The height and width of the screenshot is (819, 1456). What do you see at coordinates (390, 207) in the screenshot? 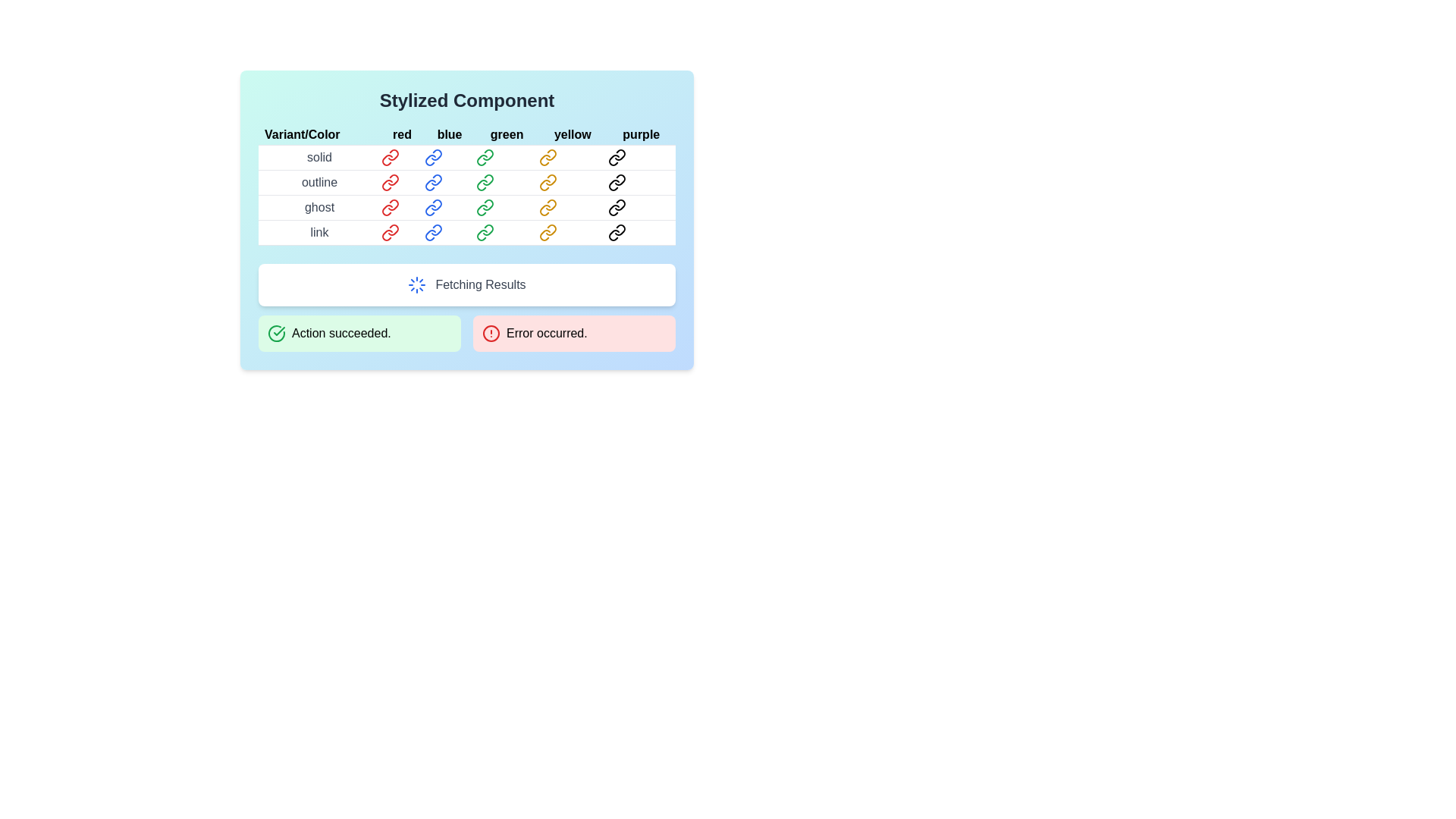
I see `the red-colored link icon with a 'ghost red' label located in the first entry of the 'ghost' row under the 'red' column of the 'Stylized Component' table` at bounding box center [390, 207].